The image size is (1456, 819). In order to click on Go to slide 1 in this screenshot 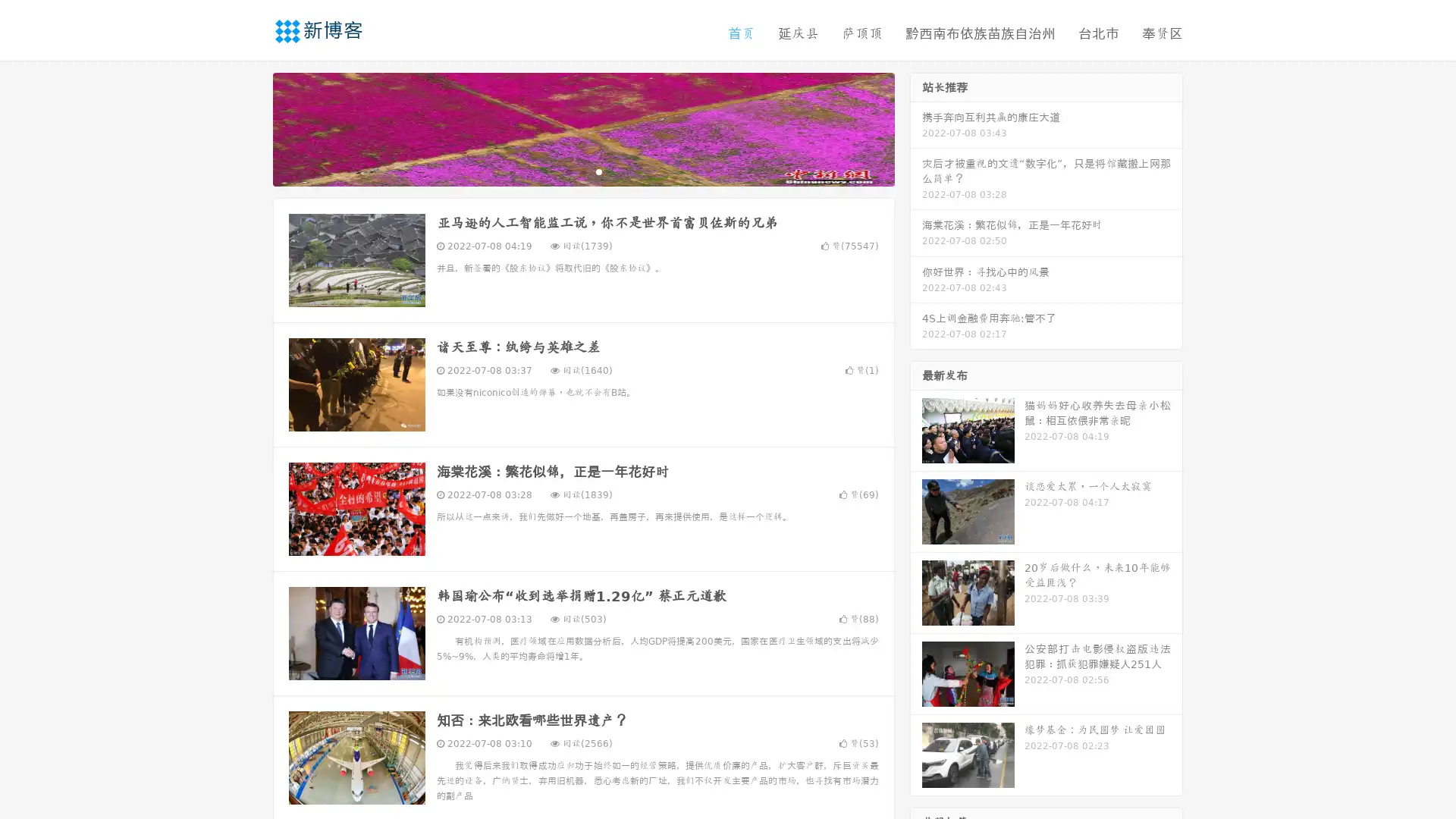, I will do `click(567, 171)`.